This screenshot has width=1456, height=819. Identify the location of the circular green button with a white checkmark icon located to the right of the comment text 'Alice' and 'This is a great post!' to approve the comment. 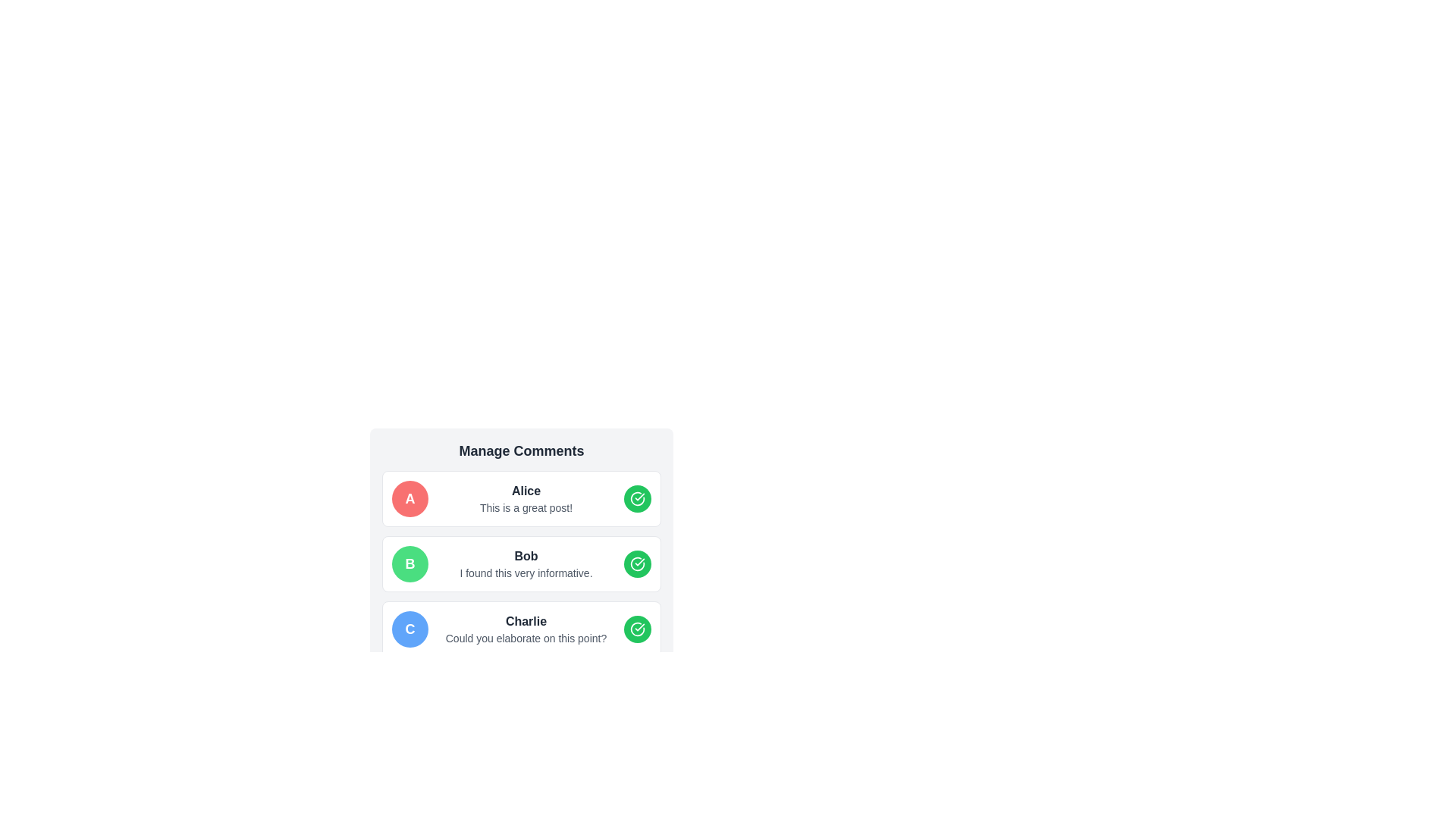
(637, 499).